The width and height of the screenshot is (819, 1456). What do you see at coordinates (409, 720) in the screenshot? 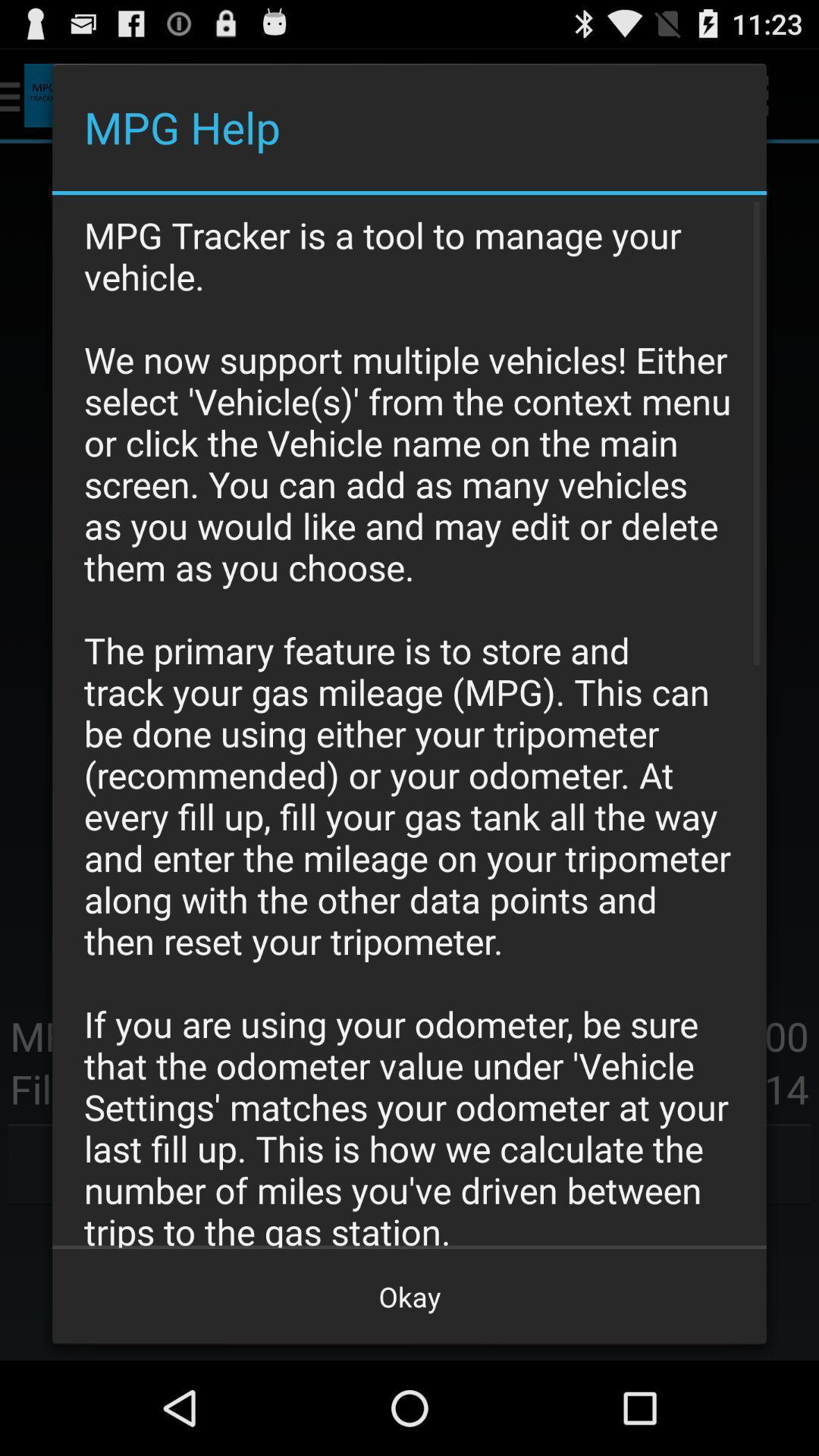
I see `the item above okay button` at bounding box center [409, 720].